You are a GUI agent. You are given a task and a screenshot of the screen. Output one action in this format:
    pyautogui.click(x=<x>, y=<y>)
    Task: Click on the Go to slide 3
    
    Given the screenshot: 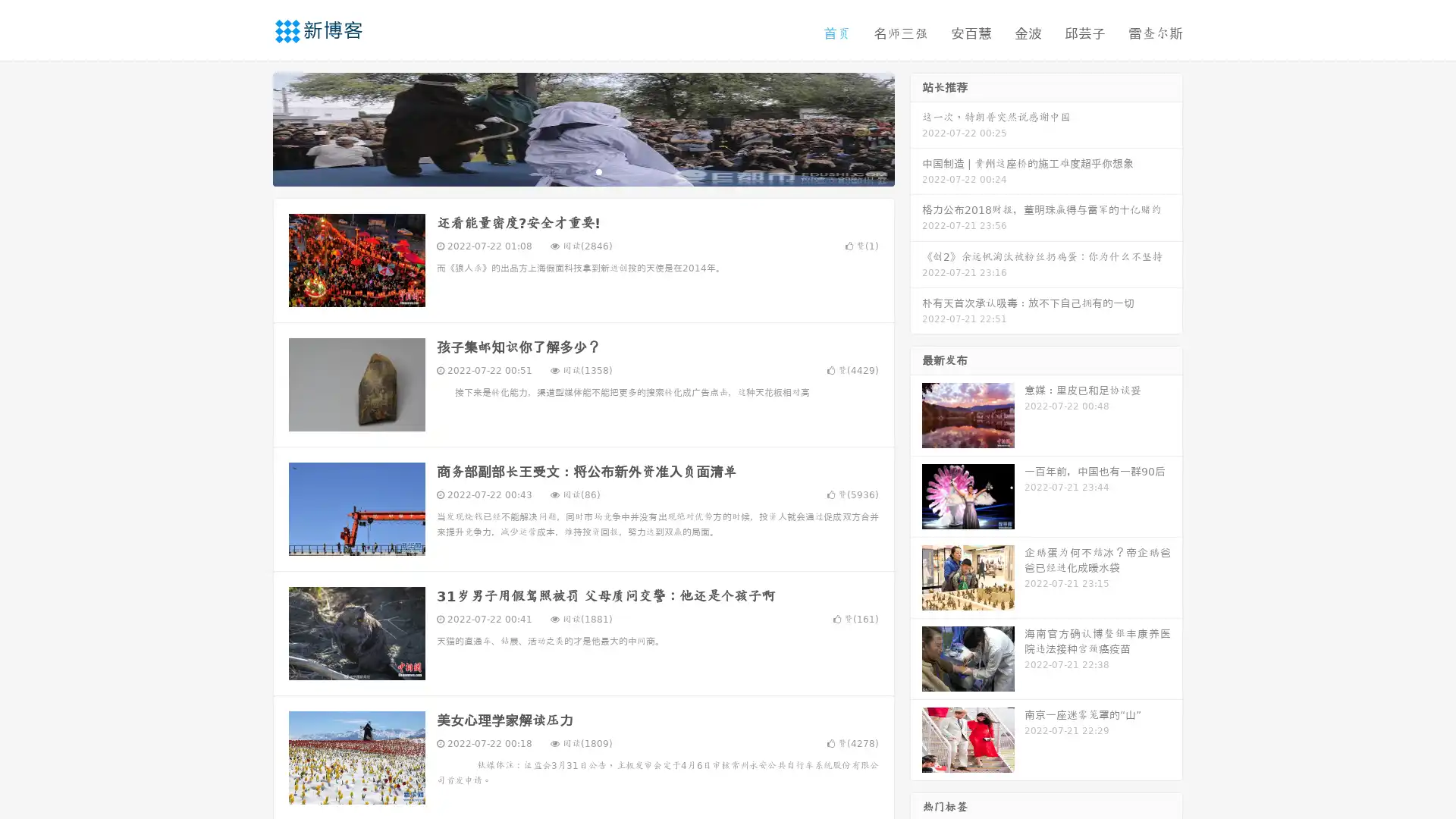 What is the action you would take?
    pyautogui.click(x=598, y=171)
    